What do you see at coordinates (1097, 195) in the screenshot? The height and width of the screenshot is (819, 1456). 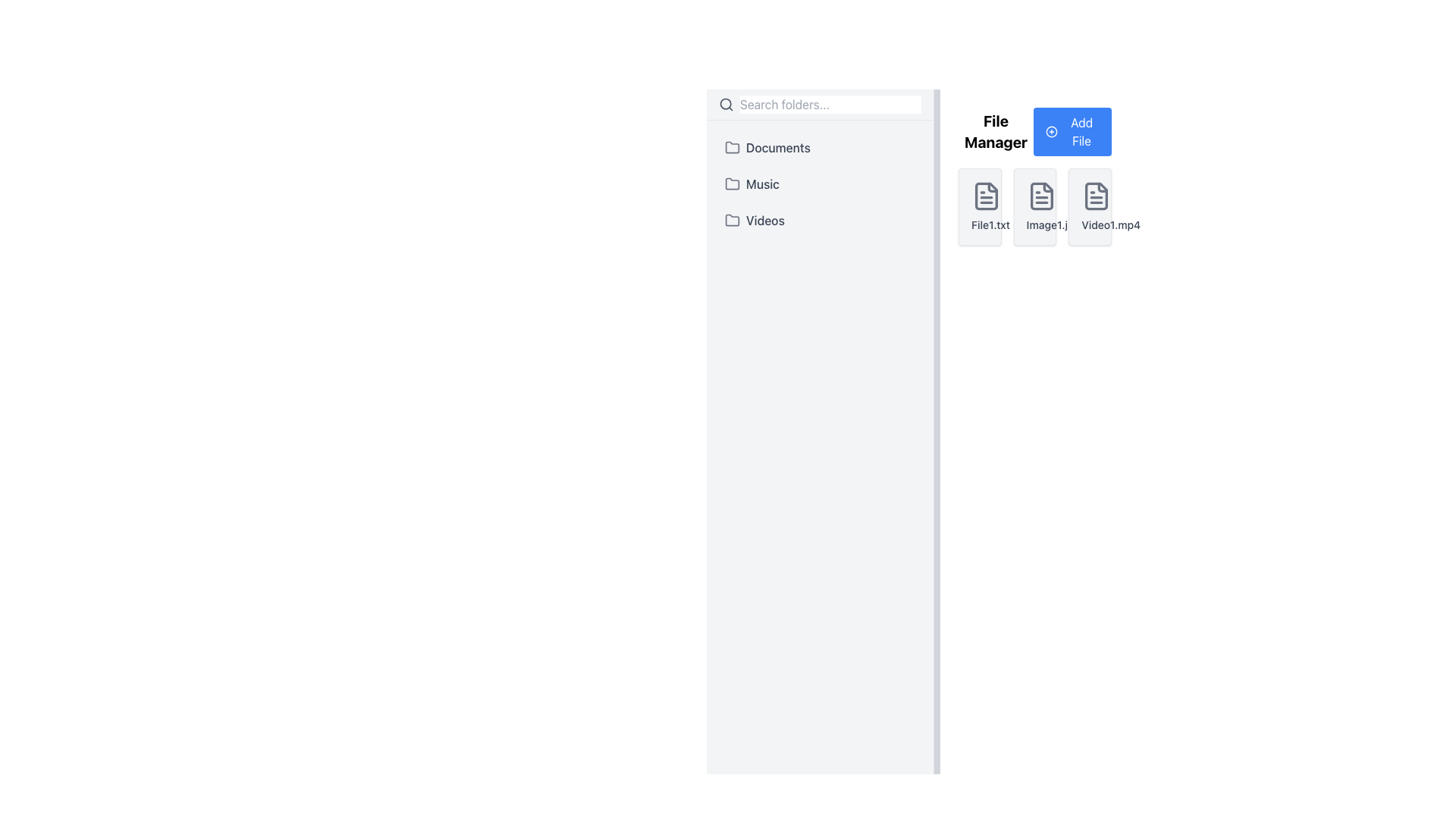 I see `the document-style file icon representing 'Video1.mp4' within the card hierarchy` at bounding box center [1097, 195].